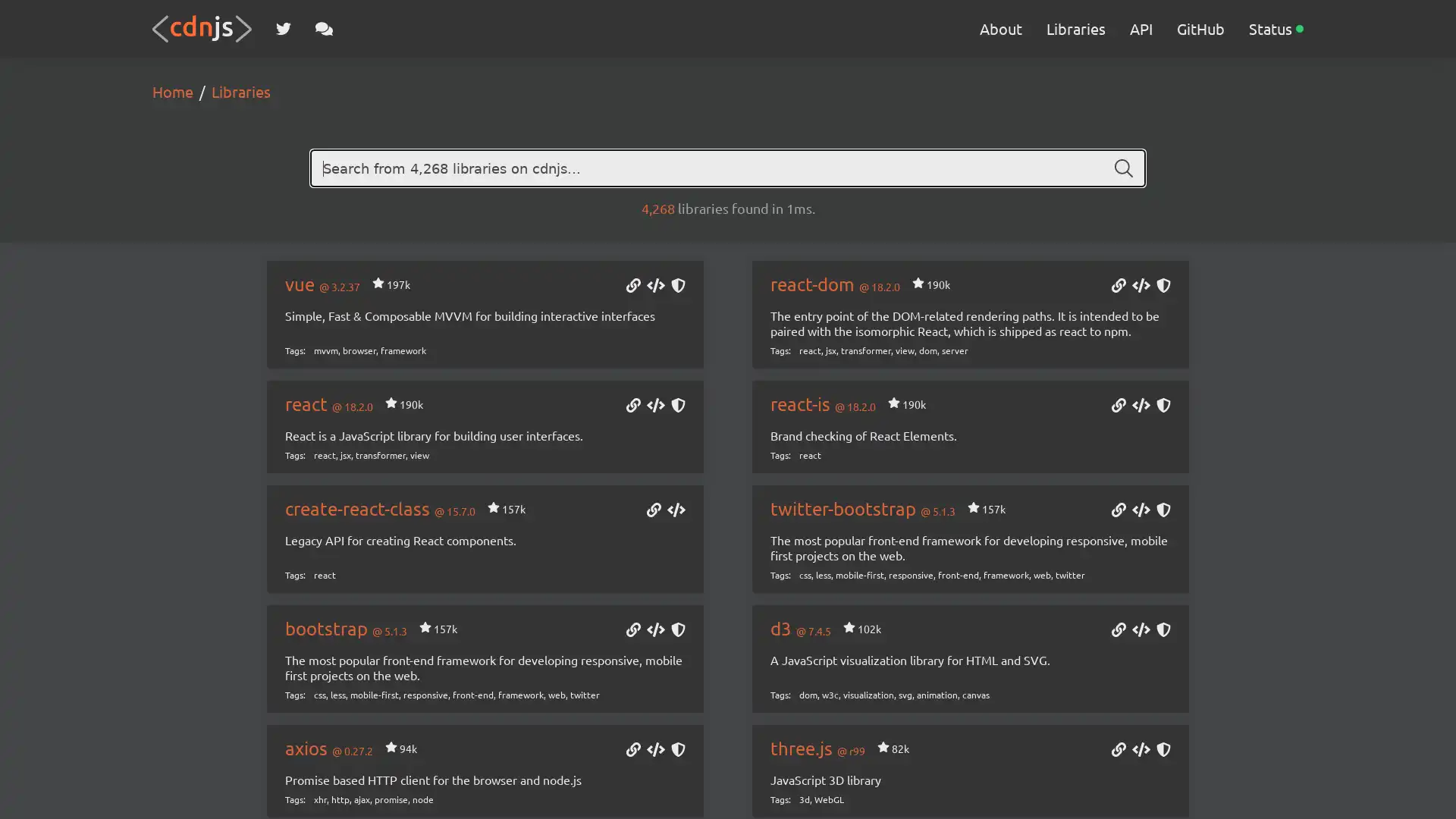 The width and height of the screenshot is (1456, 819). What do you see at coordinates (655, 287) in the screenshot?
I see `Copy Script Tag` at bounding box center [655, 287].